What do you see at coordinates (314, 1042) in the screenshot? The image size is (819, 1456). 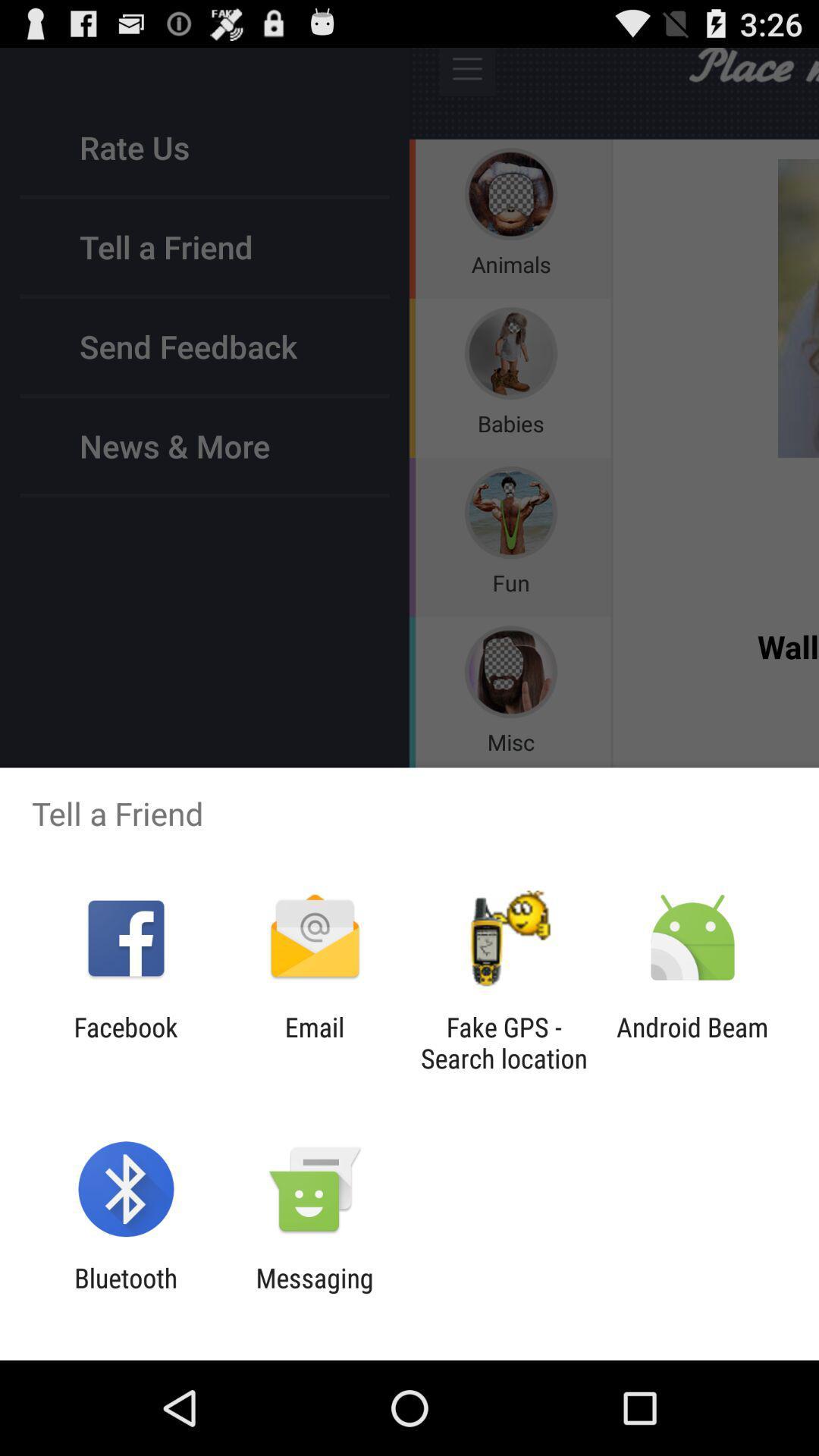 I see `the email icon` at bounding box center [314, 1042].